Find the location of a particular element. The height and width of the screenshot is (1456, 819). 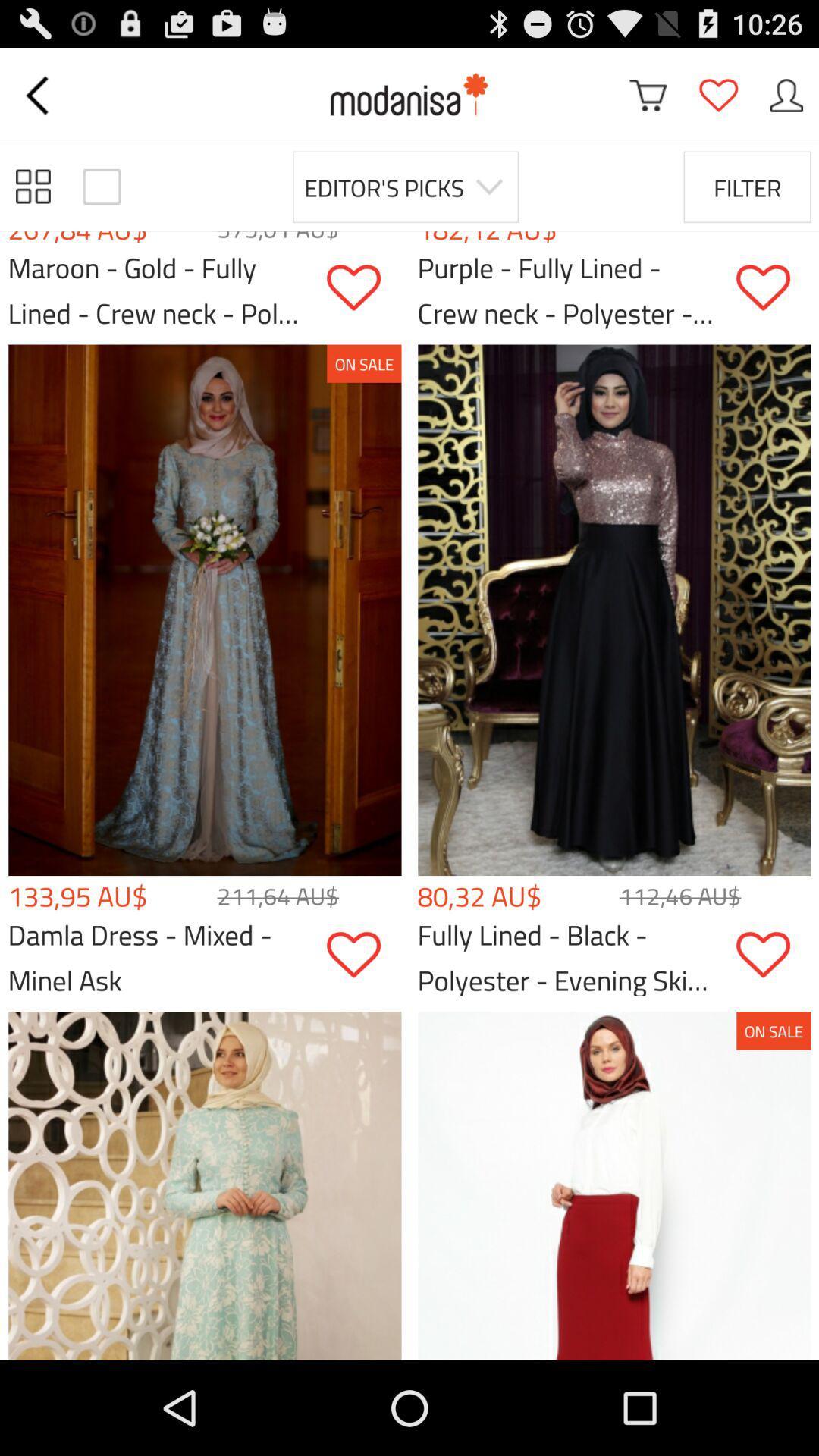

the favorite icon is located at coordinates (717, 101).